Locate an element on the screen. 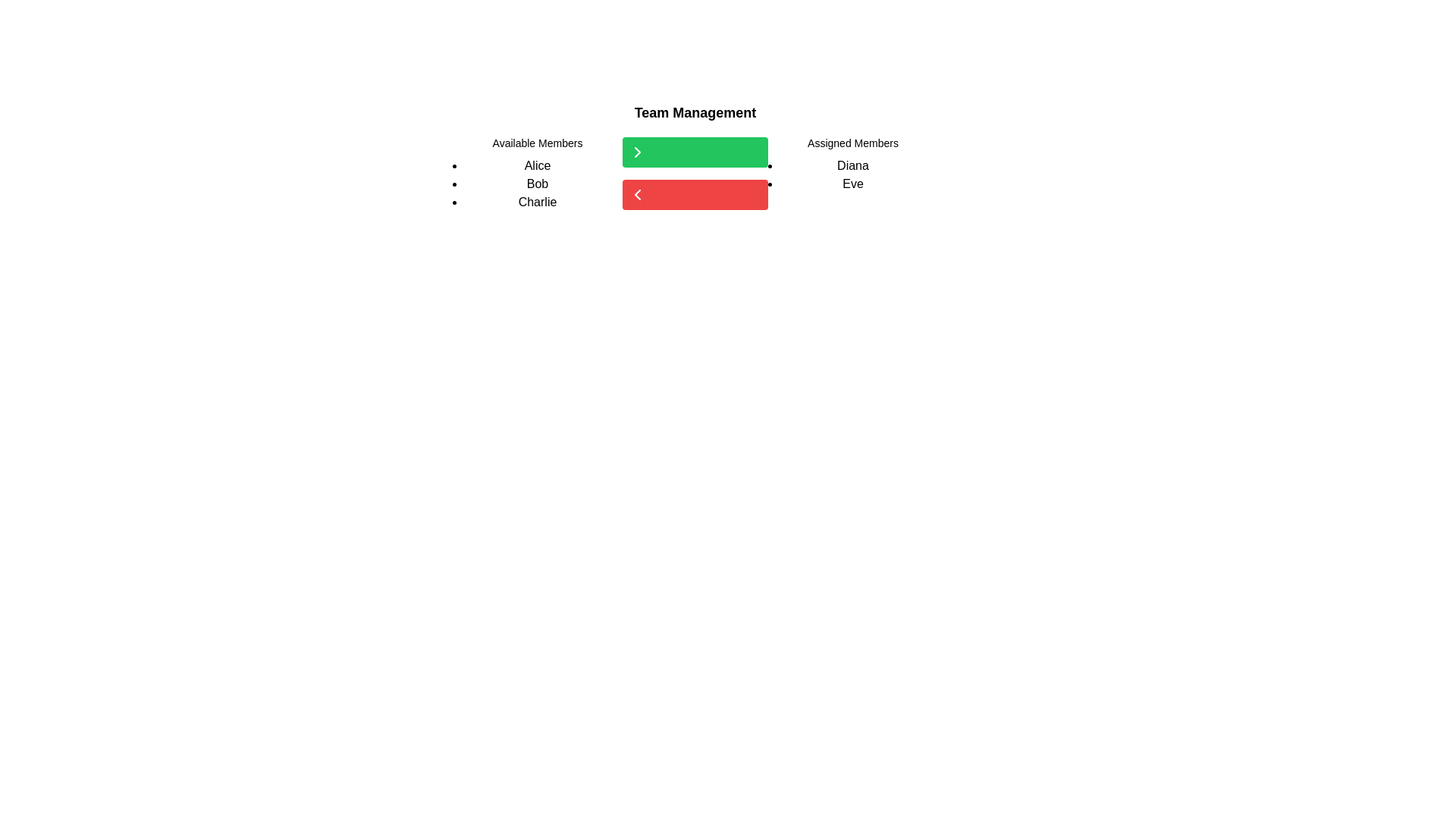  the text label 'Eve' located in the 'Assigned Members' column under 'Team Management', which is the second listed item below 'Diana' is located at coordinates (852, 184).